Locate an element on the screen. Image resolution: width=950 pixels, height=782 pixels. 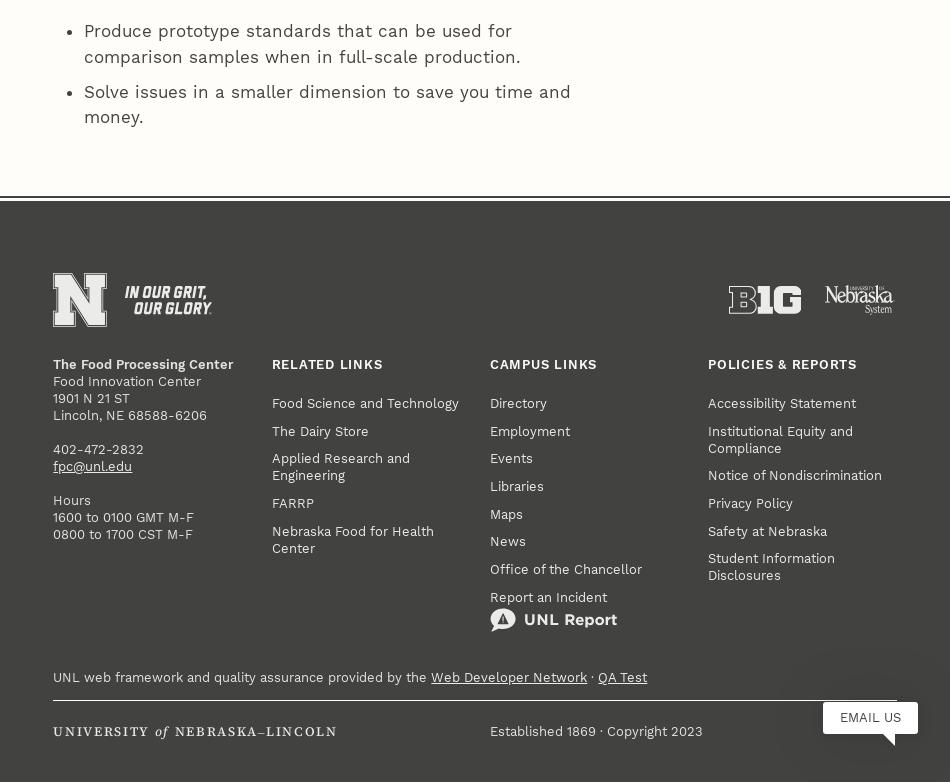
'UNL web framework and quality assurance provided by the' is located at coordinates (240, 361).